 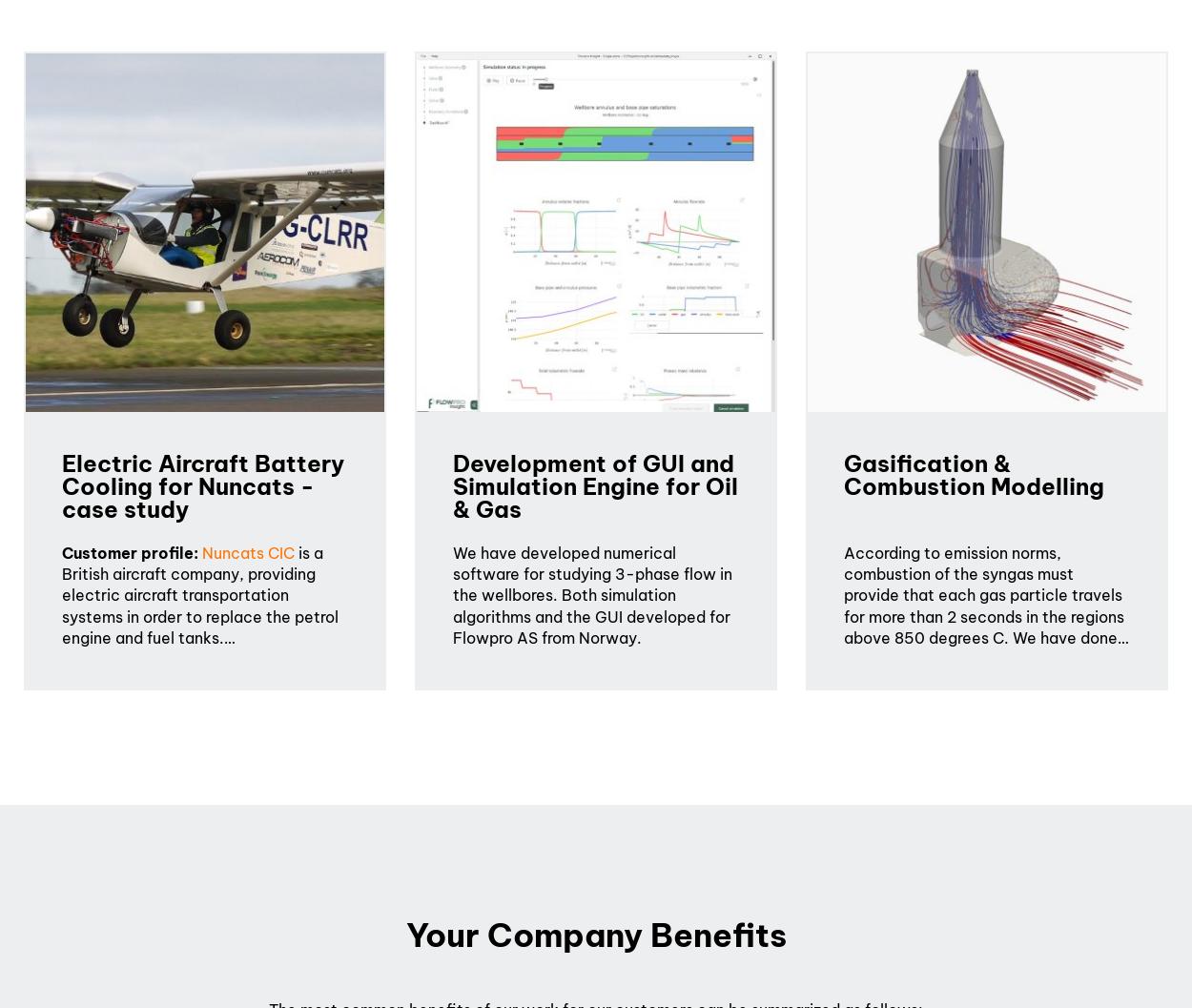 What do you see at coordinates (248, 551) in the screenshot?
I see `'Nuncats CIC'` at bounding box center [248, 551].